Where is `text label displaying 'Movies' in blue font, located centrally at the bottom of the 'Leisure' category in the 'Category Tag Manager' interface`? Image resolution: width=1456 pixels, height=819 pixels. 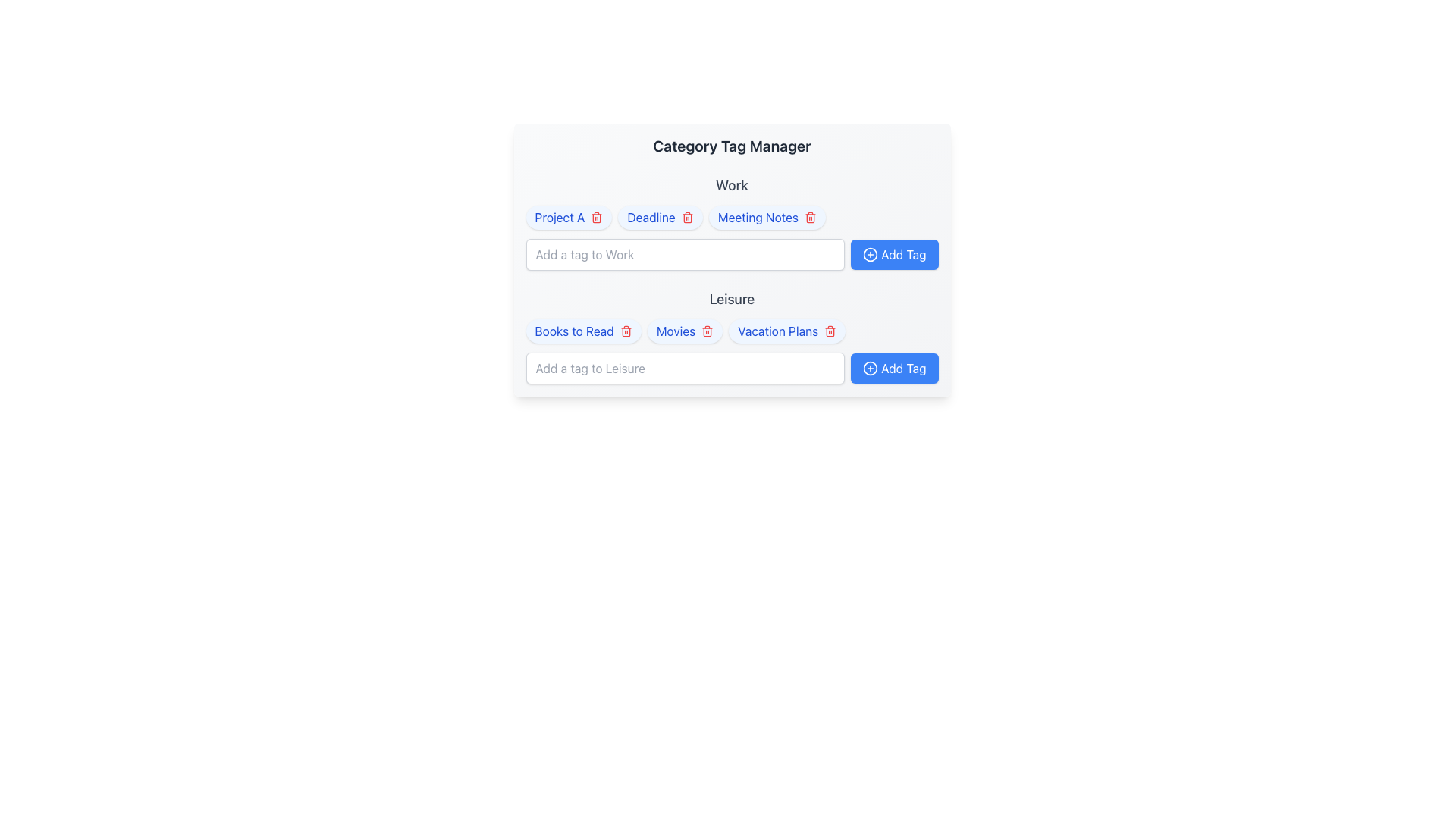 text label displaying 'Movies' in blue font, located centrally at the bottom of the 'Leisure' category in the 'Category Tag Manager' interface is located at coordinates (675, 330).